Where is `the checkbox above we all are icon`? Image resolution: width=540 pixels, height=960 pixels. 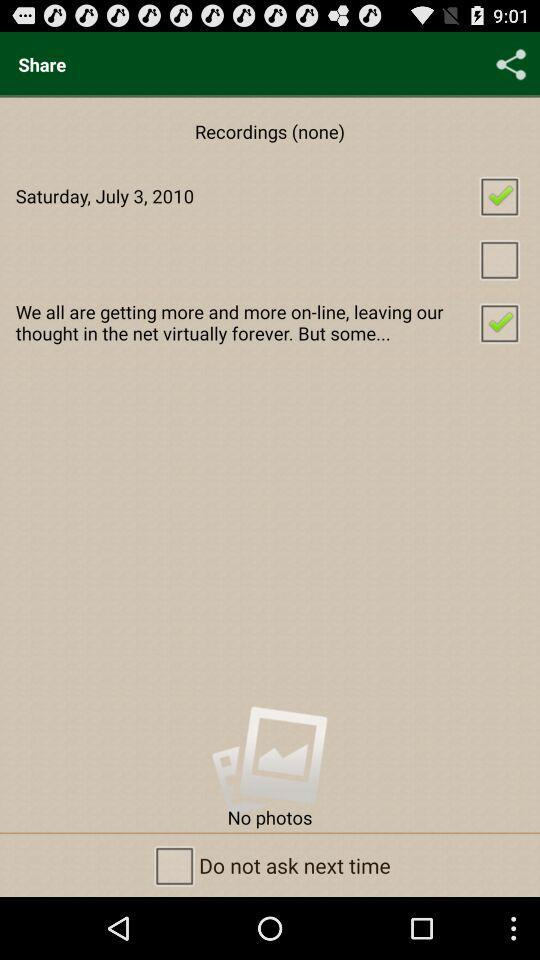 the checkbox above we all are icon is located at coordinates (270, 258).